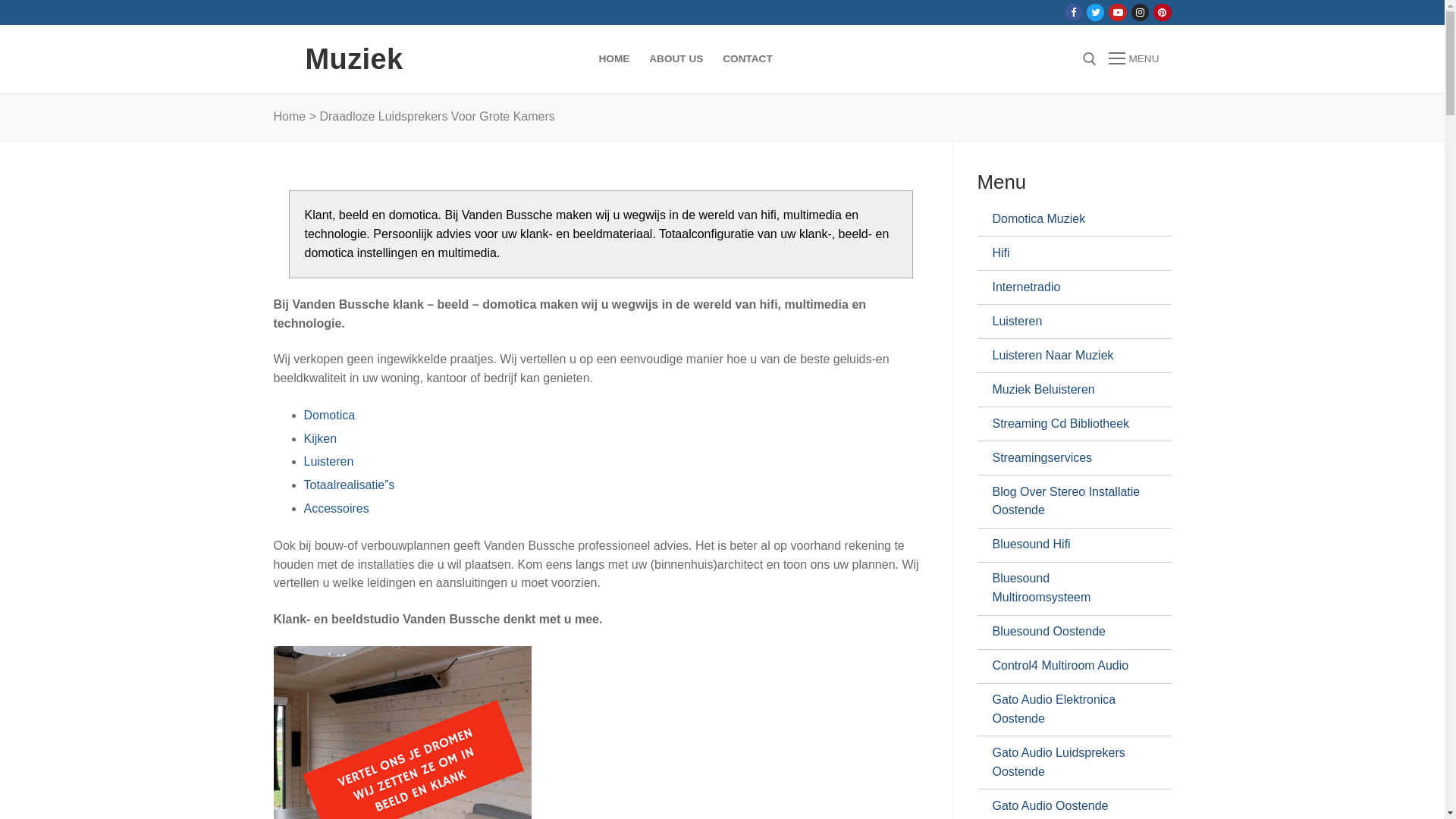 This screenshot has width=1456, height=819. I want to click on 'Naar de inhoud springen', so click(0, 0).